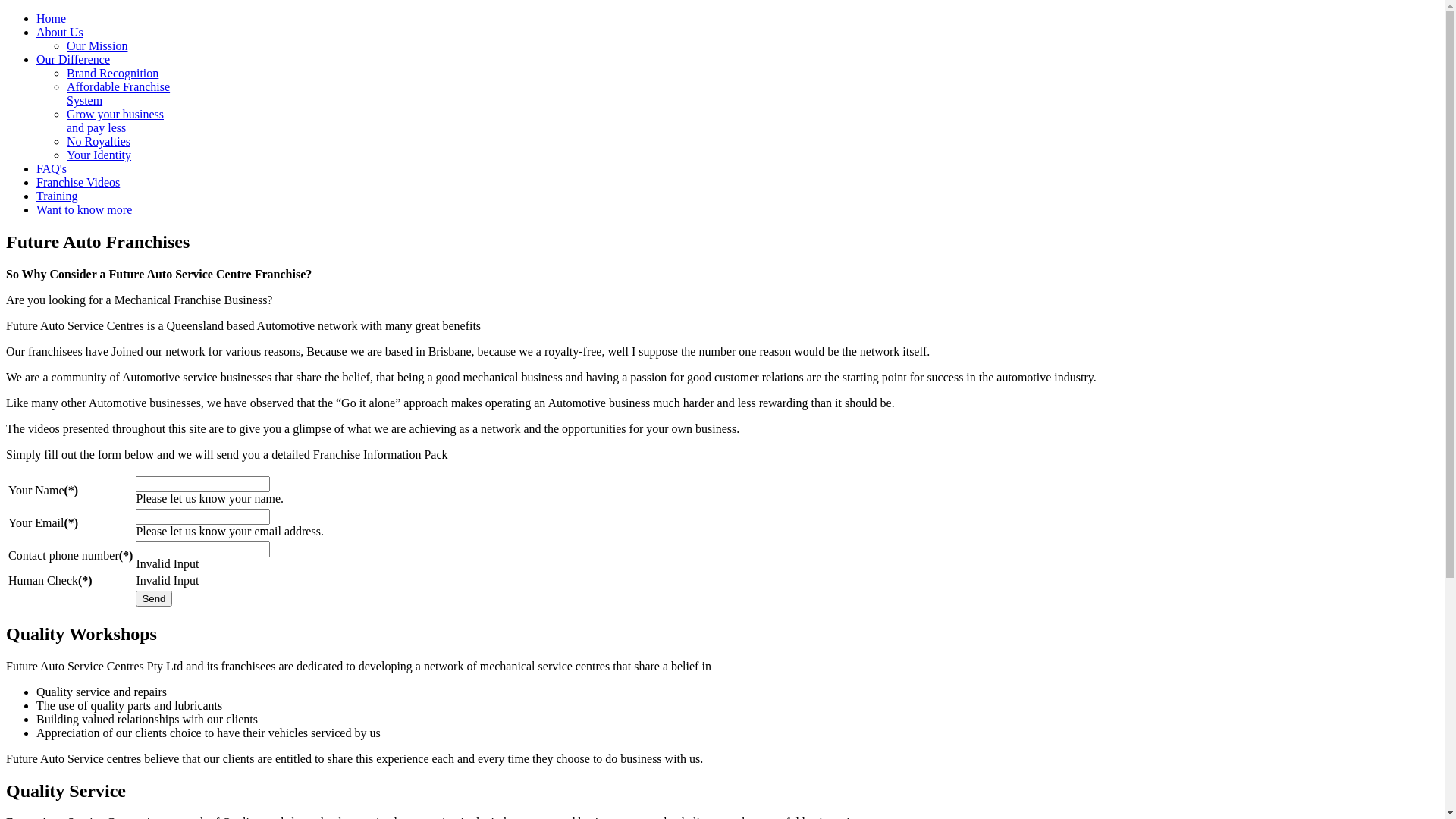 This screenshot has height=819, width=1456. I want to click on 'Send', so click(153, 598).